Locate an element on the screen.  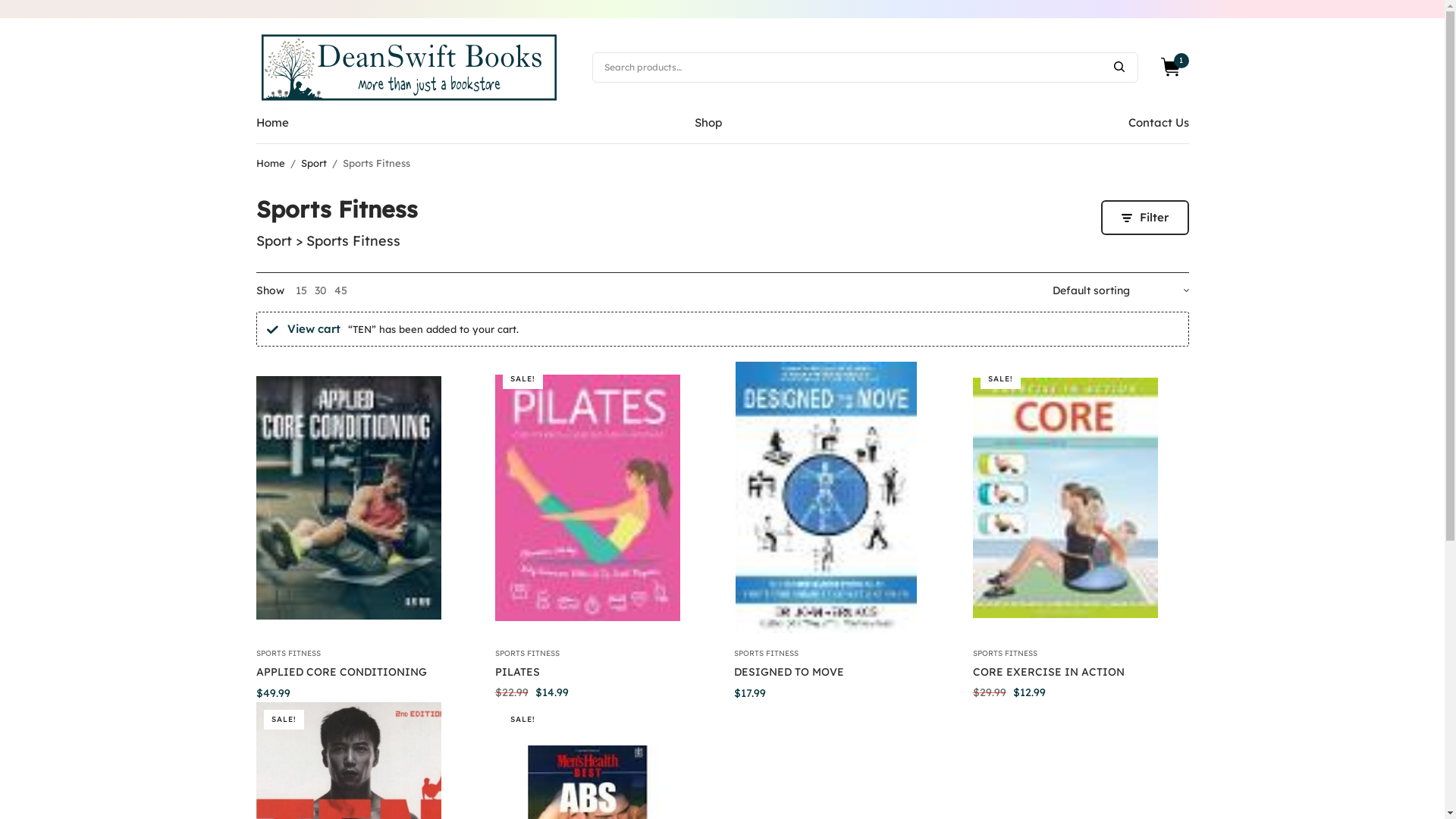
'30' is located at coordinates (319, 290).